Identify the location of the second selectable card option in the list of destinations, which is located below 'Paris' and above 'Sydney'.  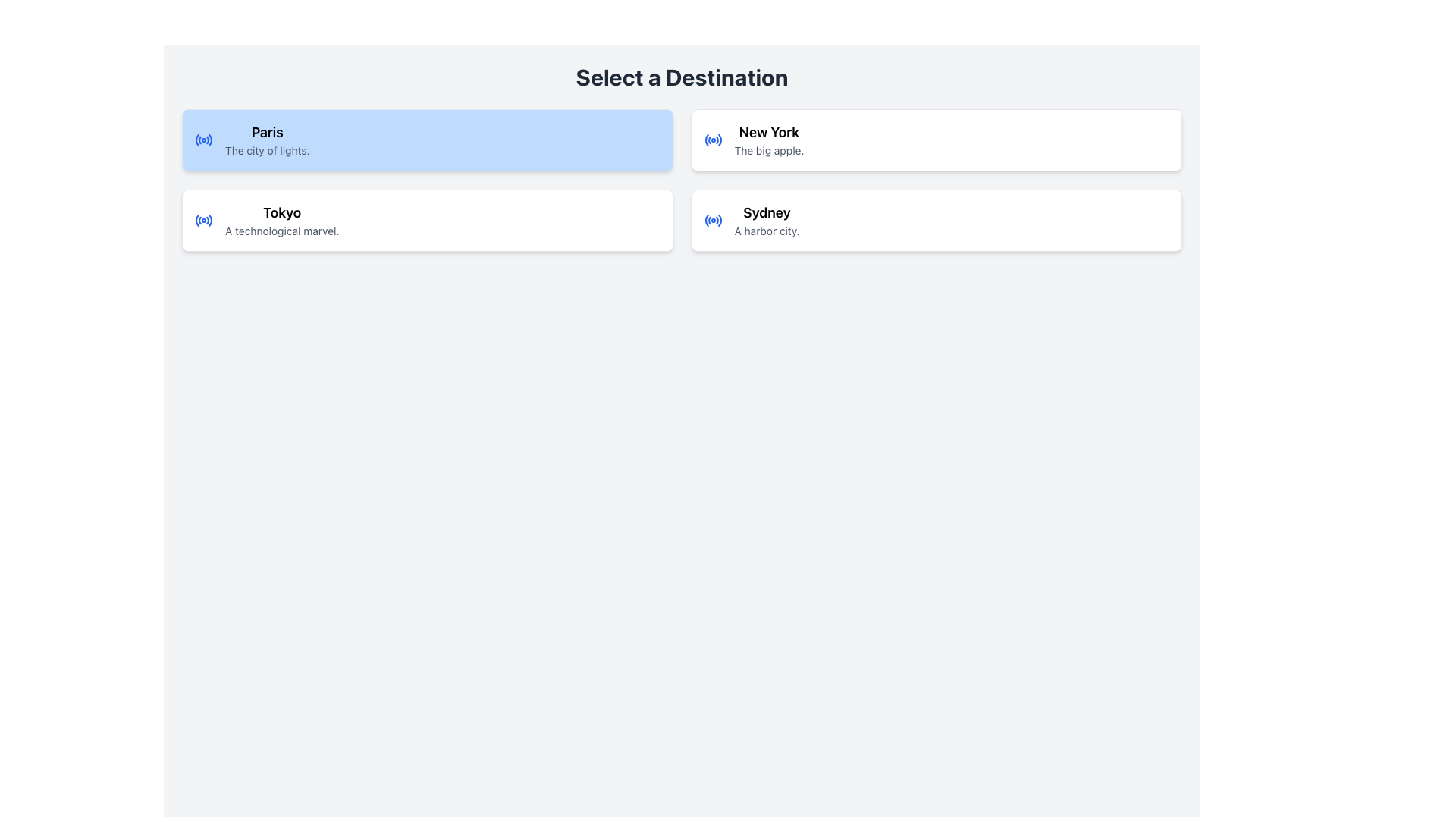
(426, 220).